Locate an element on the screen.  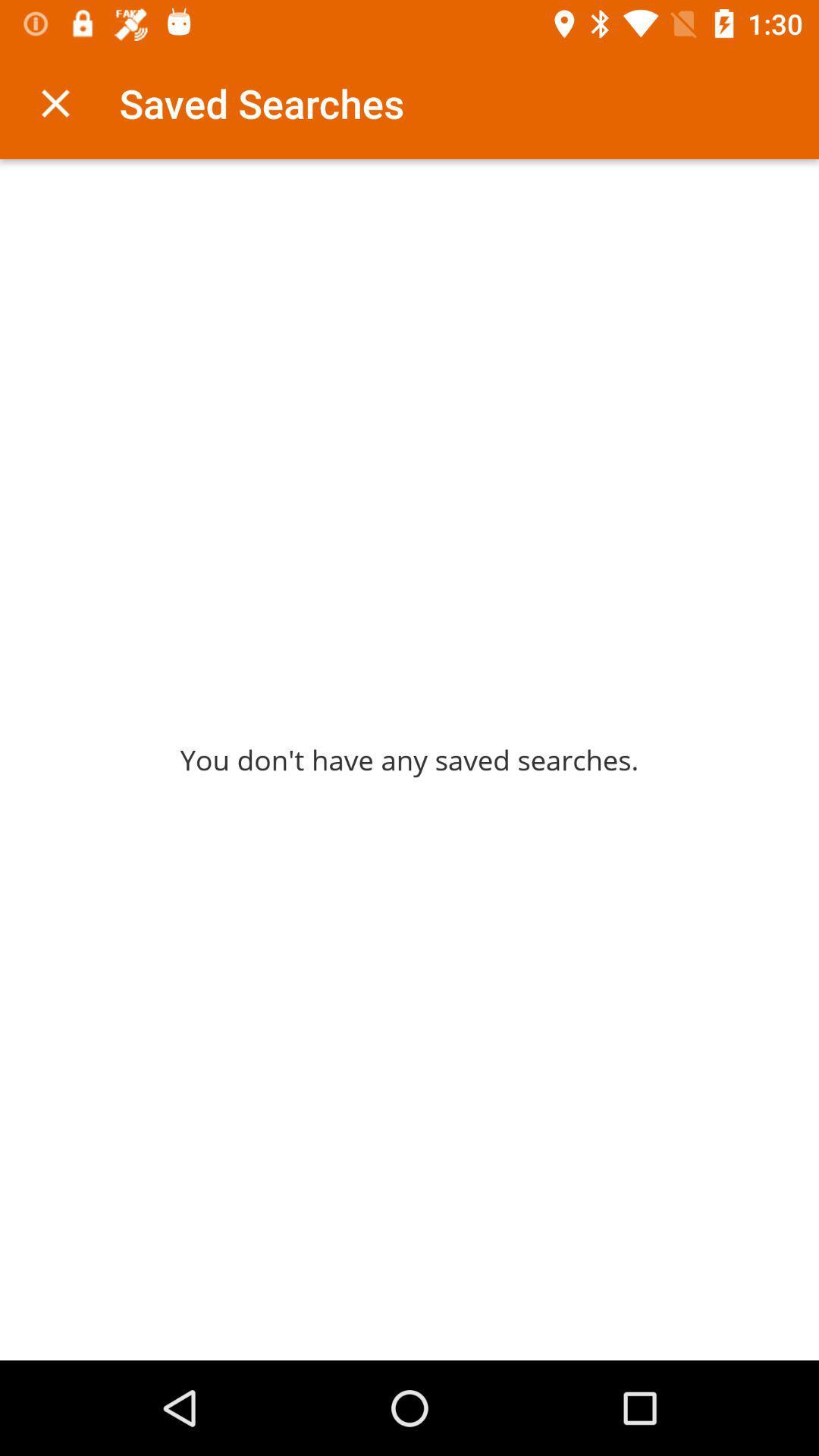
icon to the left of saved searches item is located at coordinates (55, 102).